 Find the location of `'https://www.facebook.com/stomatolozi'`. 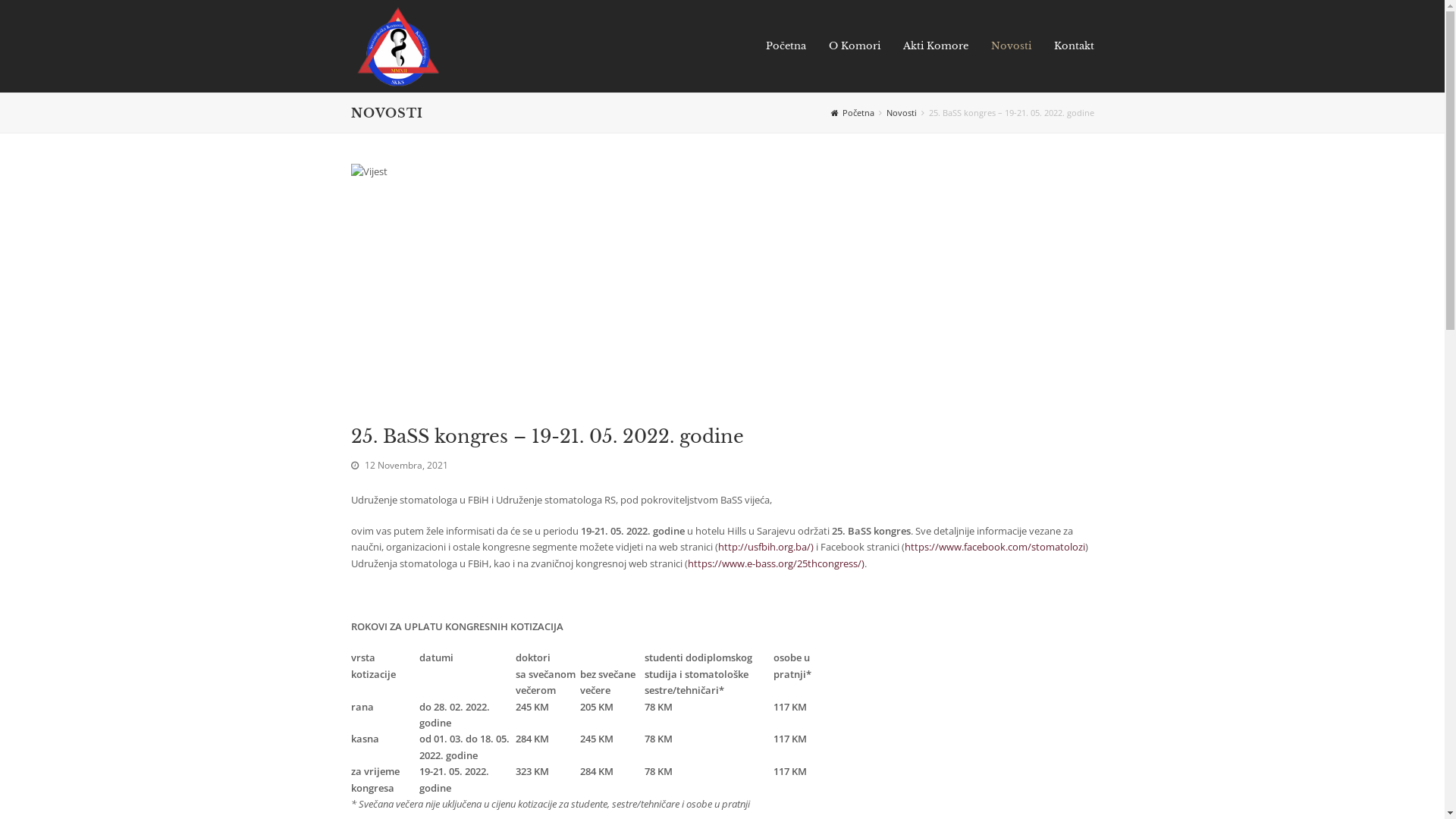

'https://www.facebook.com/stomatolozi' is located at coordinates (993, 547).